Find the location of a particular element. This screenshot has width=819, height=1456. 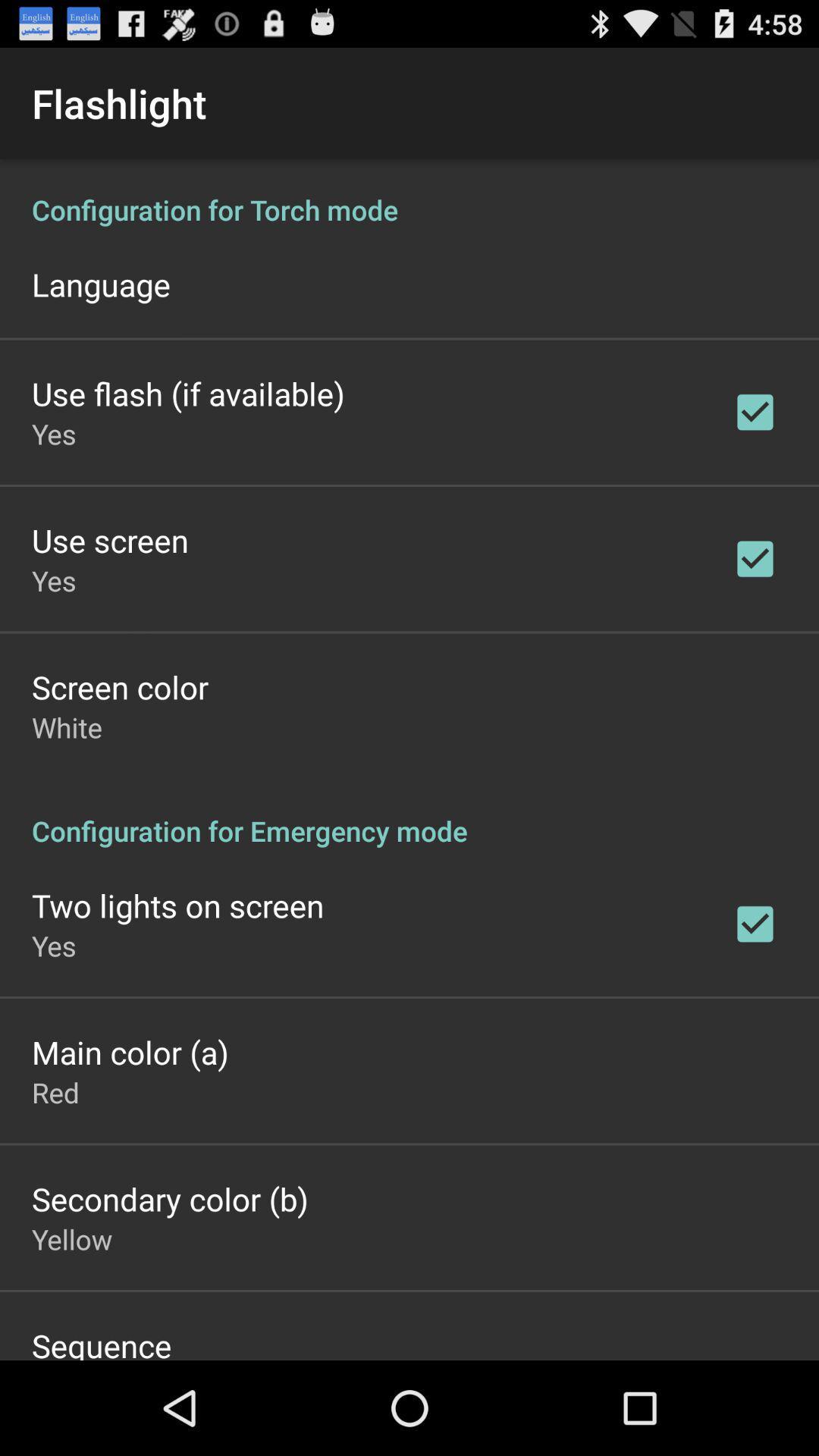

icon above configuration for emergency is located at coordinates (66, 726).